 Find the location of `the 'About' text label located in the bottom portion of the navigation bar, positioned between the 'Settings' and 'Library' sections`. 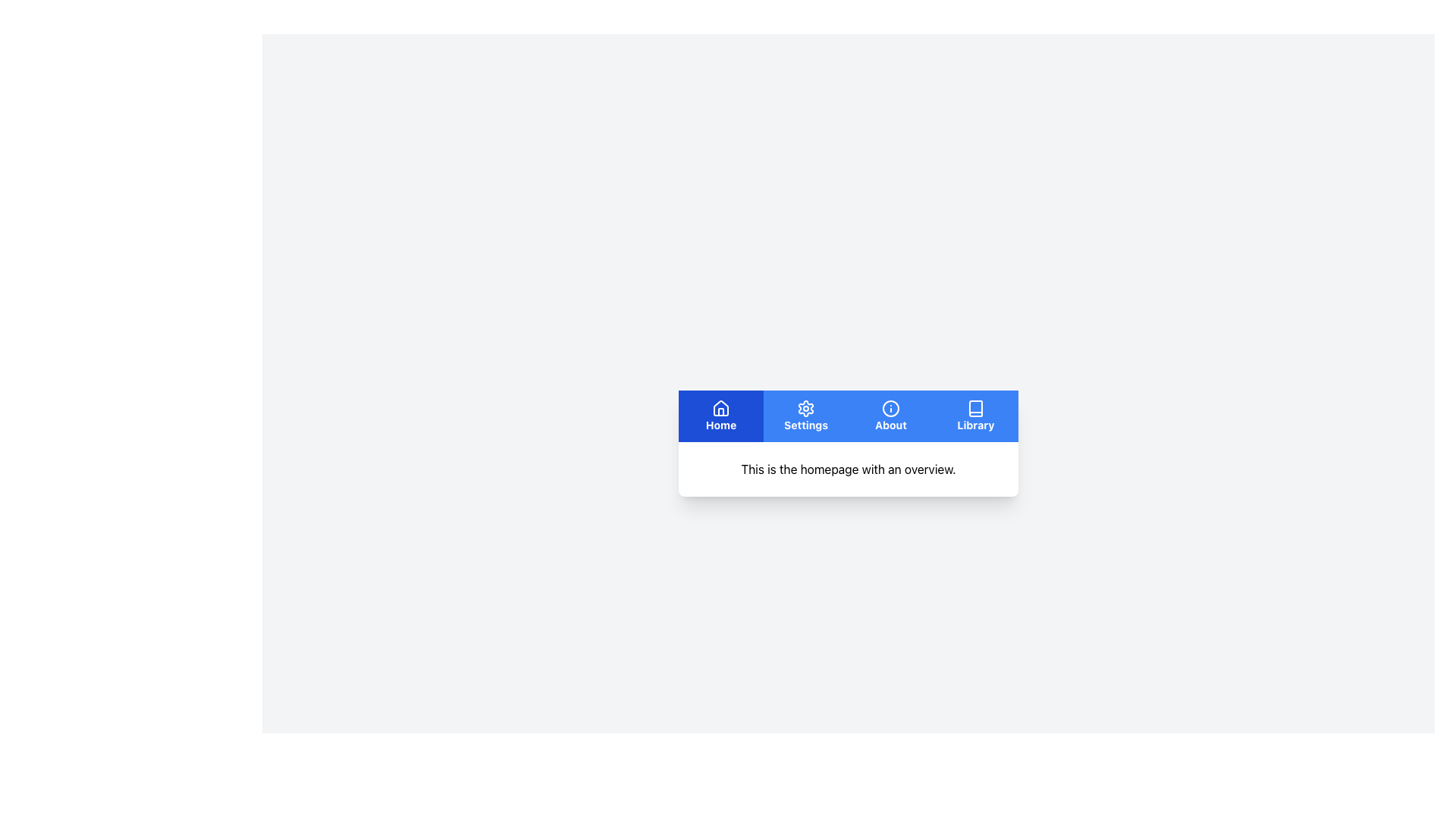

the 'About' text label located in the bottom portion of the navigation bar, positioned between the 'Settings' and 'Library' sections is located at coordinates (891, 425).